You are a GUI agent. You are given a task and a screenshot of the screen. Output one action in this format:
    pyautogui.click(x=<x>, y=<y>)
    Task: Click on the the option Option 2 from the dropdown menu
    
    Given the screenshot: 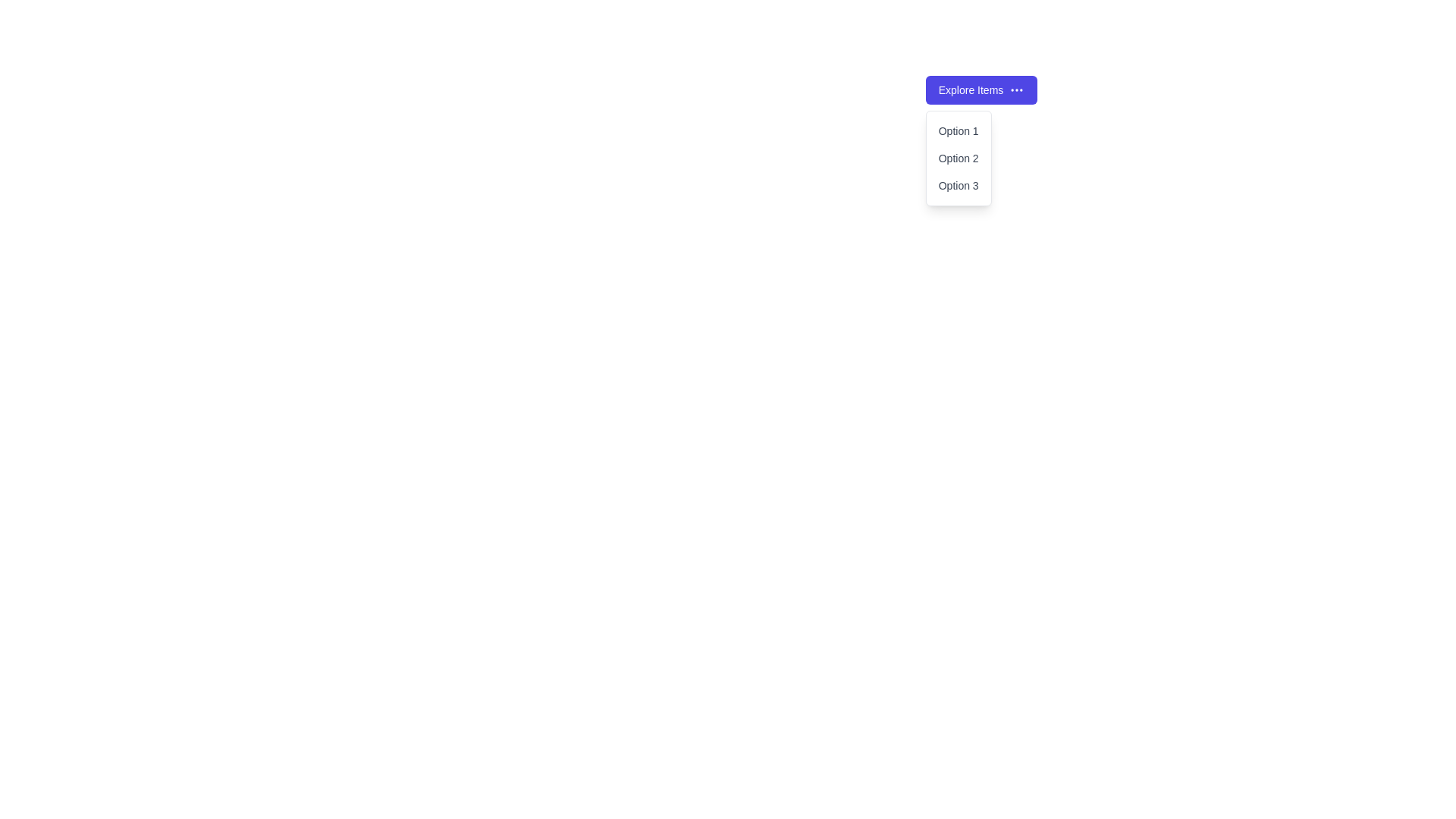 What is the action you would take?
    pyautogui.click(x=958, y=158)
    